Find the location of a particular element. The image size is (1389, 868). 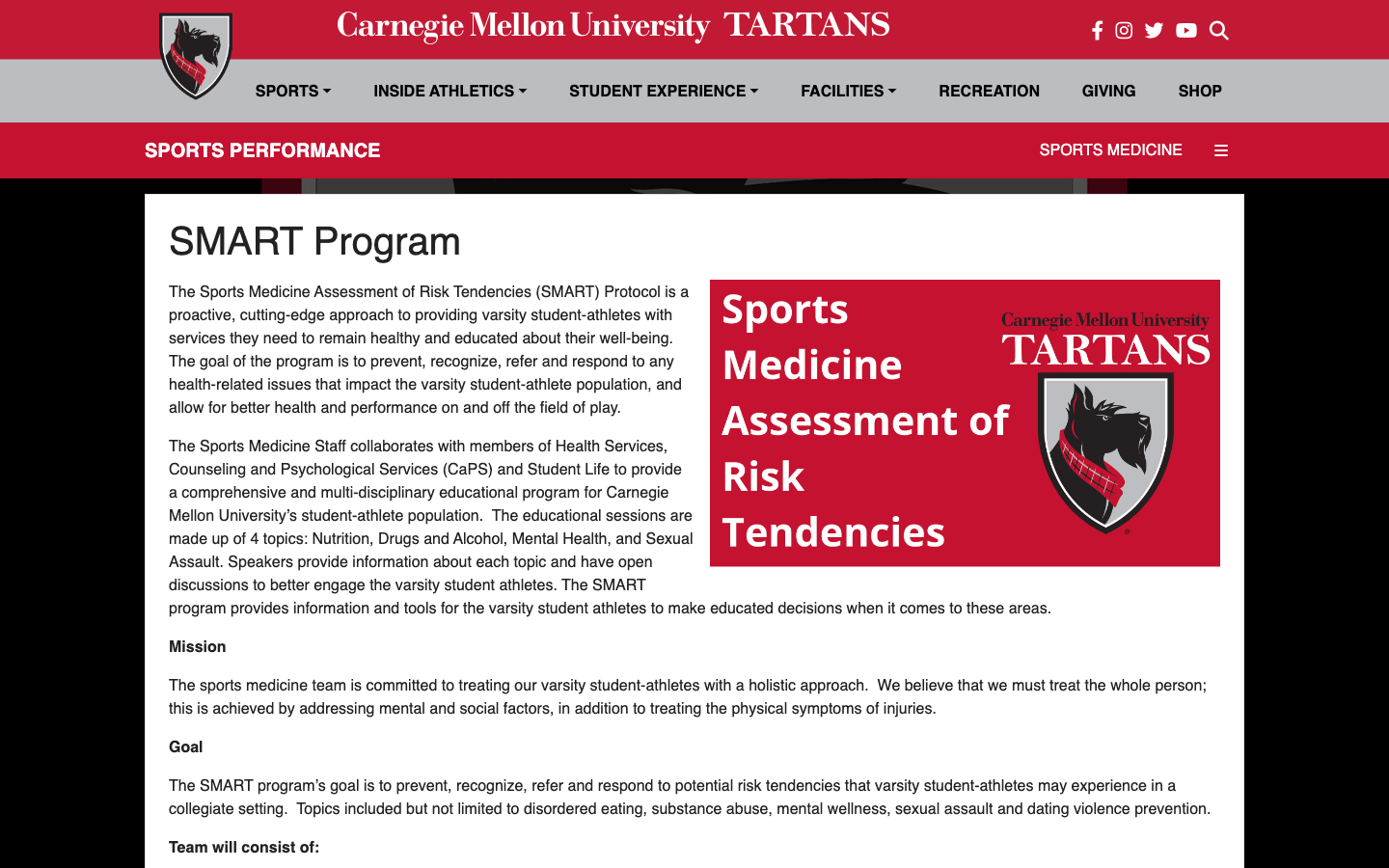

the Drop-Down Feature under Facilities is located at coordinates (847, 90).